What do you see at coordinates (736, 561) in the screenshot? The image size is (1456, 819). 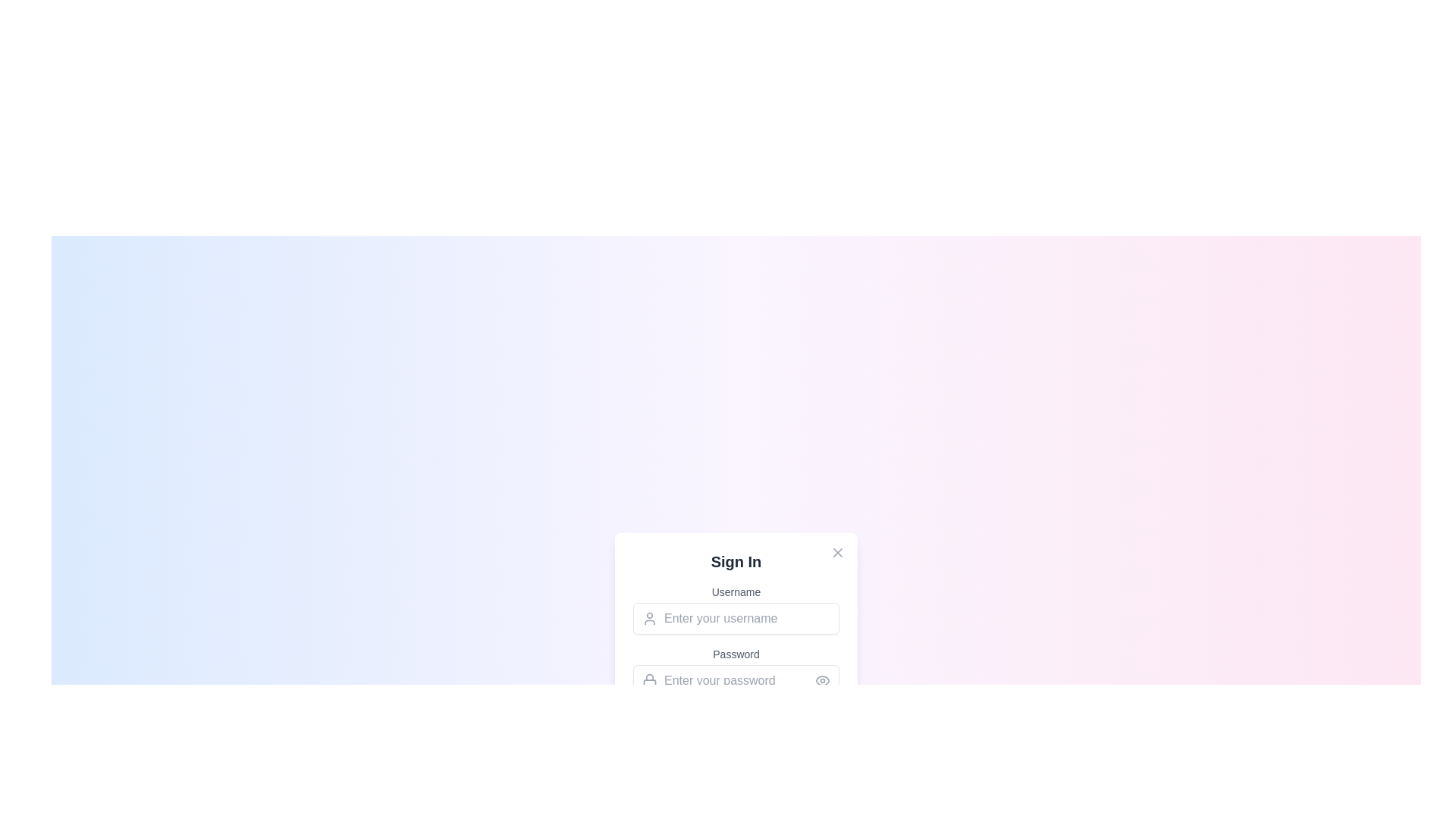 I see `the title text label for the login form, which is positioned above the 'Username' input field` at bounding box center [736, 561].